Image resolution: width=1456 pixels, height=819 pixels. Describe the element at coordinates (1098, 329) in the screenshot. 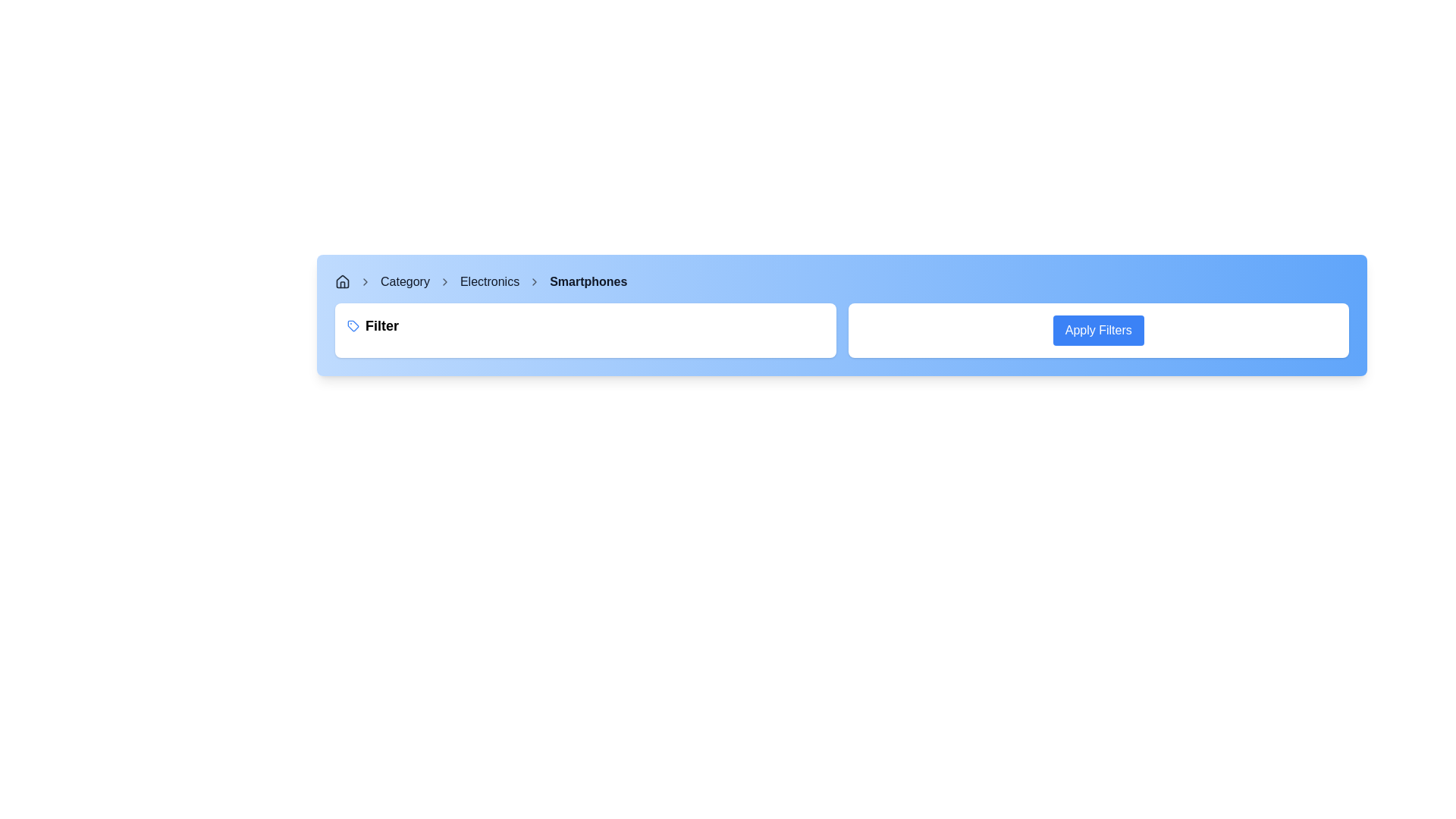

I see `the 'Apply Filters' button located at the top-right area of the interface, next to a similar styled component related to filters, to apply the selected filters` at that location.